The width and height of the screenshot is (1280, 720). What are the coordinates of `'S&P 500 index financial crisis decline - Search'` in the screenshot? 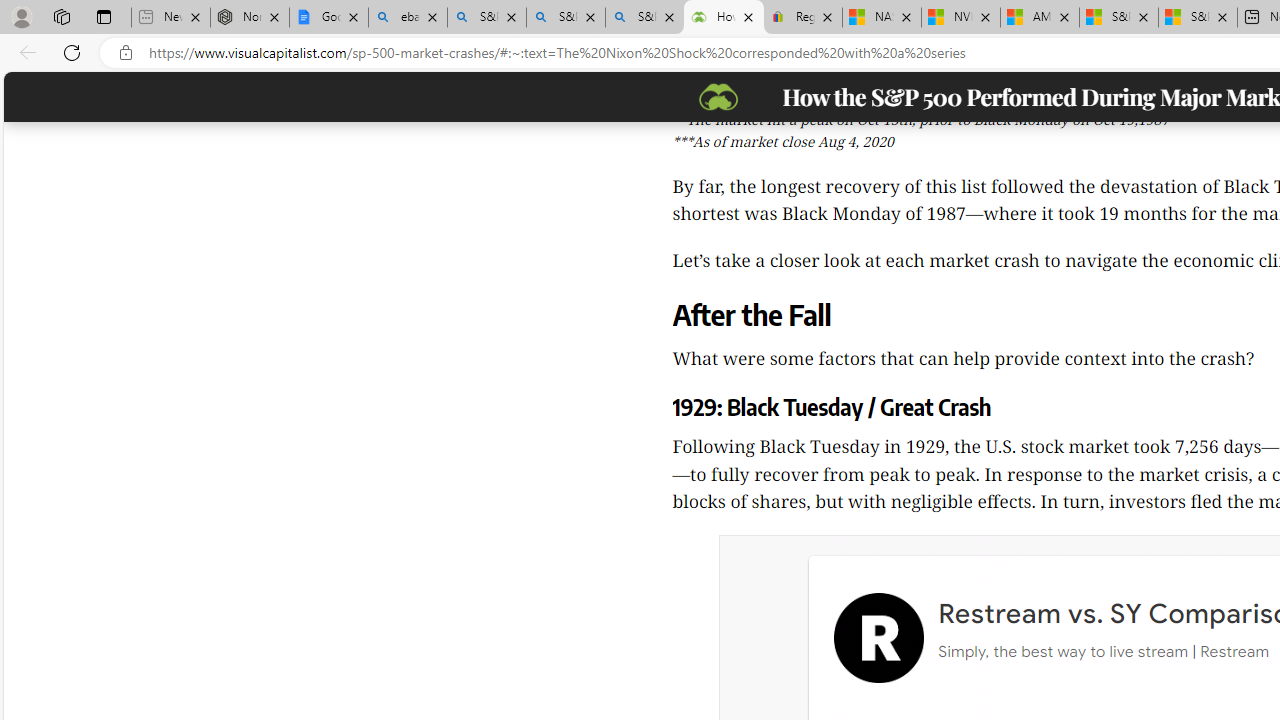 It's located at (644, 17).